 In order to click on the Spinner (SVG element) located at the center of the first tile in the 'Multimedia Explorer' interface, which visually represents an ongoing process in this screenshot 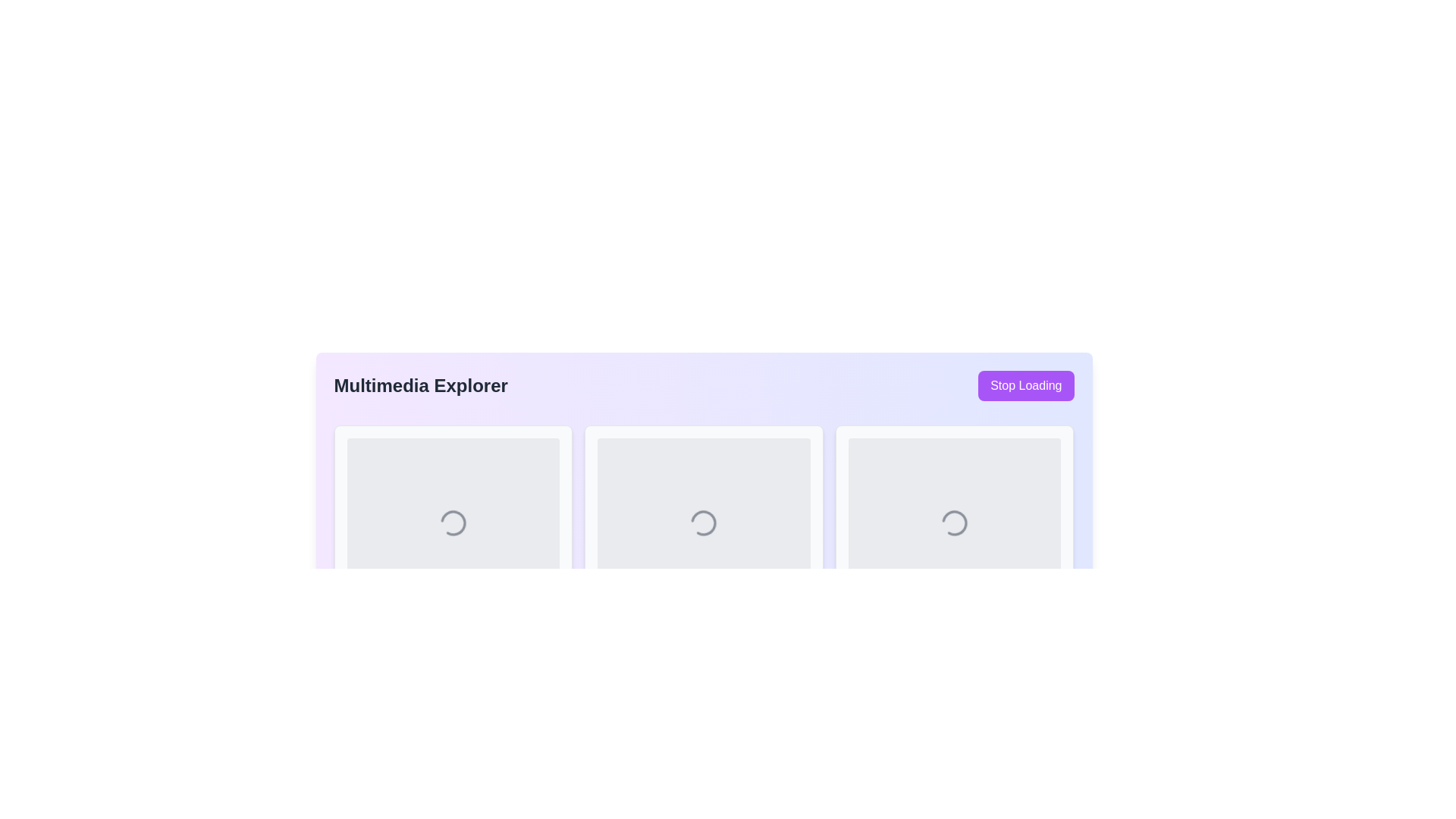, I will do `click(452, 522)`.